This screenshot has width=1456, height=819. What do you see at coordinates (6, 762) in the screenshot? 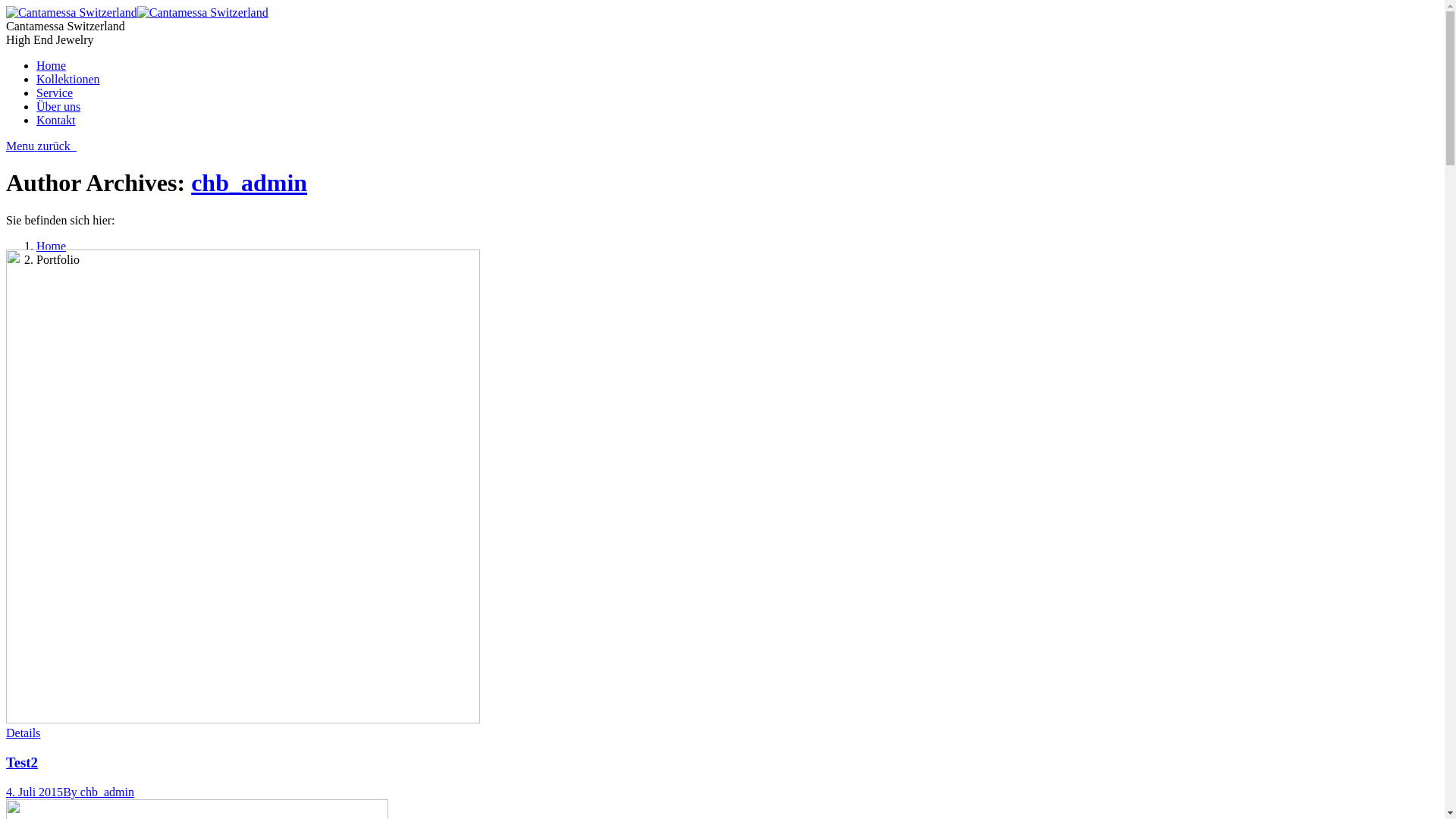
I see `'Test2'` at bounding box center [6, 762].